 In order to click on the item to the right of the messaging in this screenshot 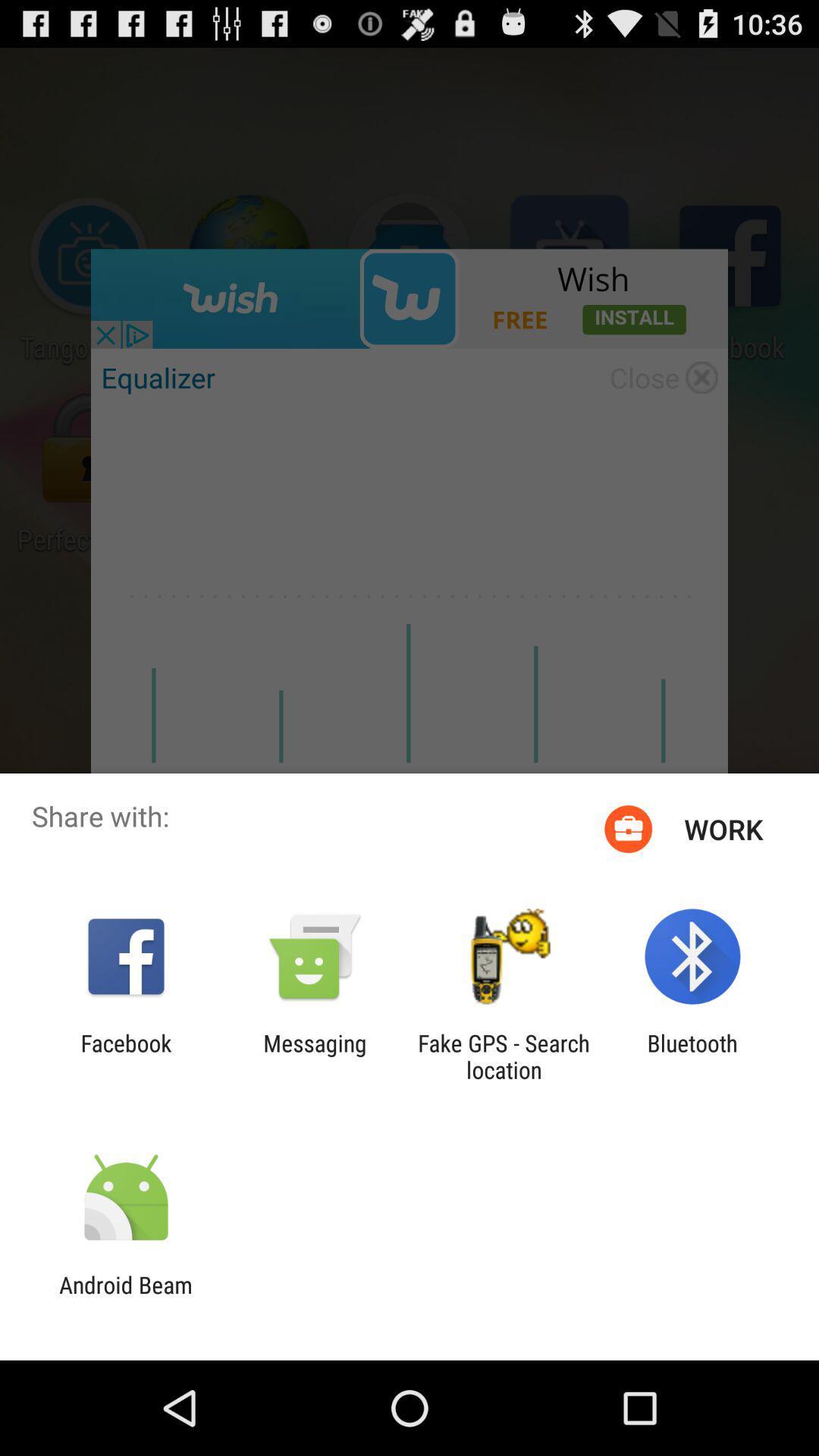, I will do `click(504, 1056)`.